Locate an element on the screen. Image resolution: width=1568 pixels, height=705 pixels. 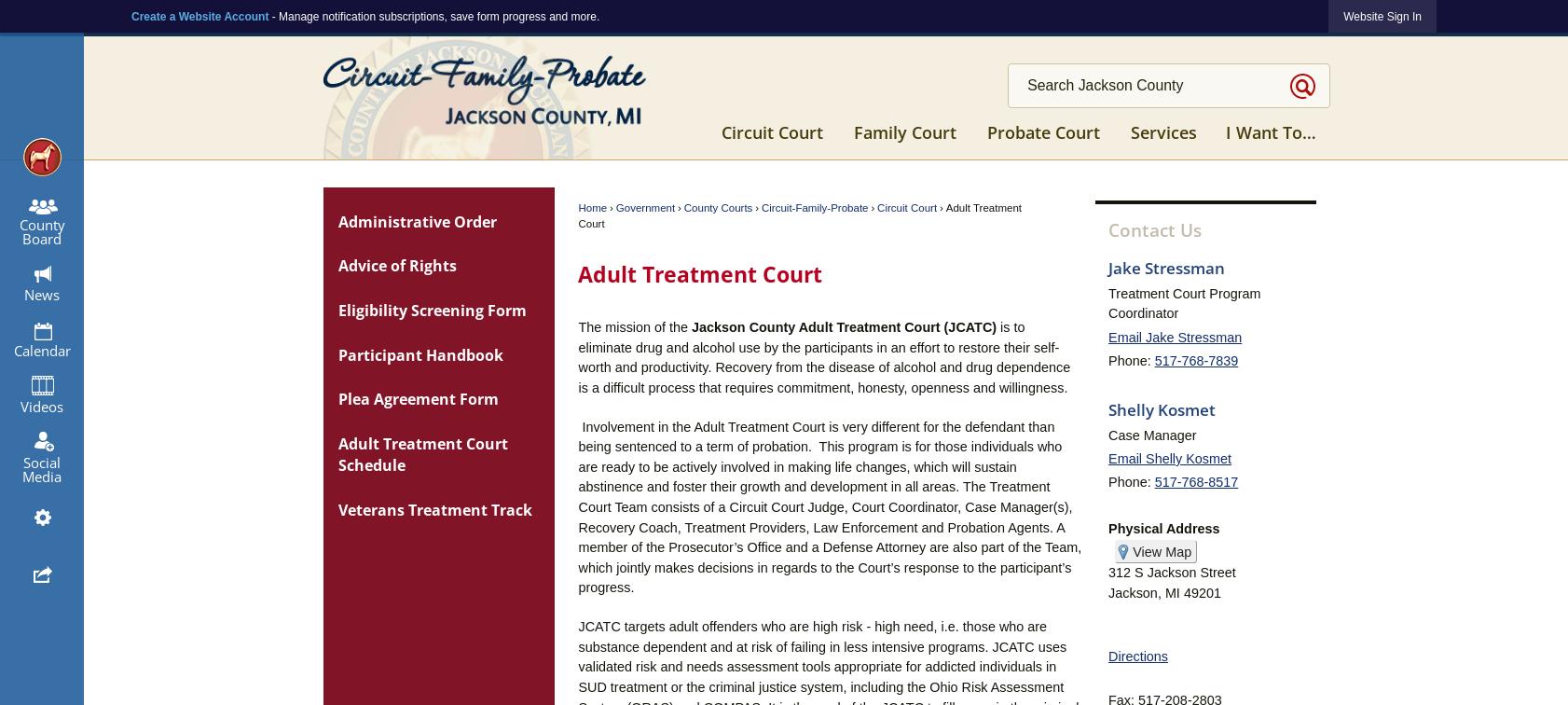
'View Map' is located at coordinates (1132, 550).